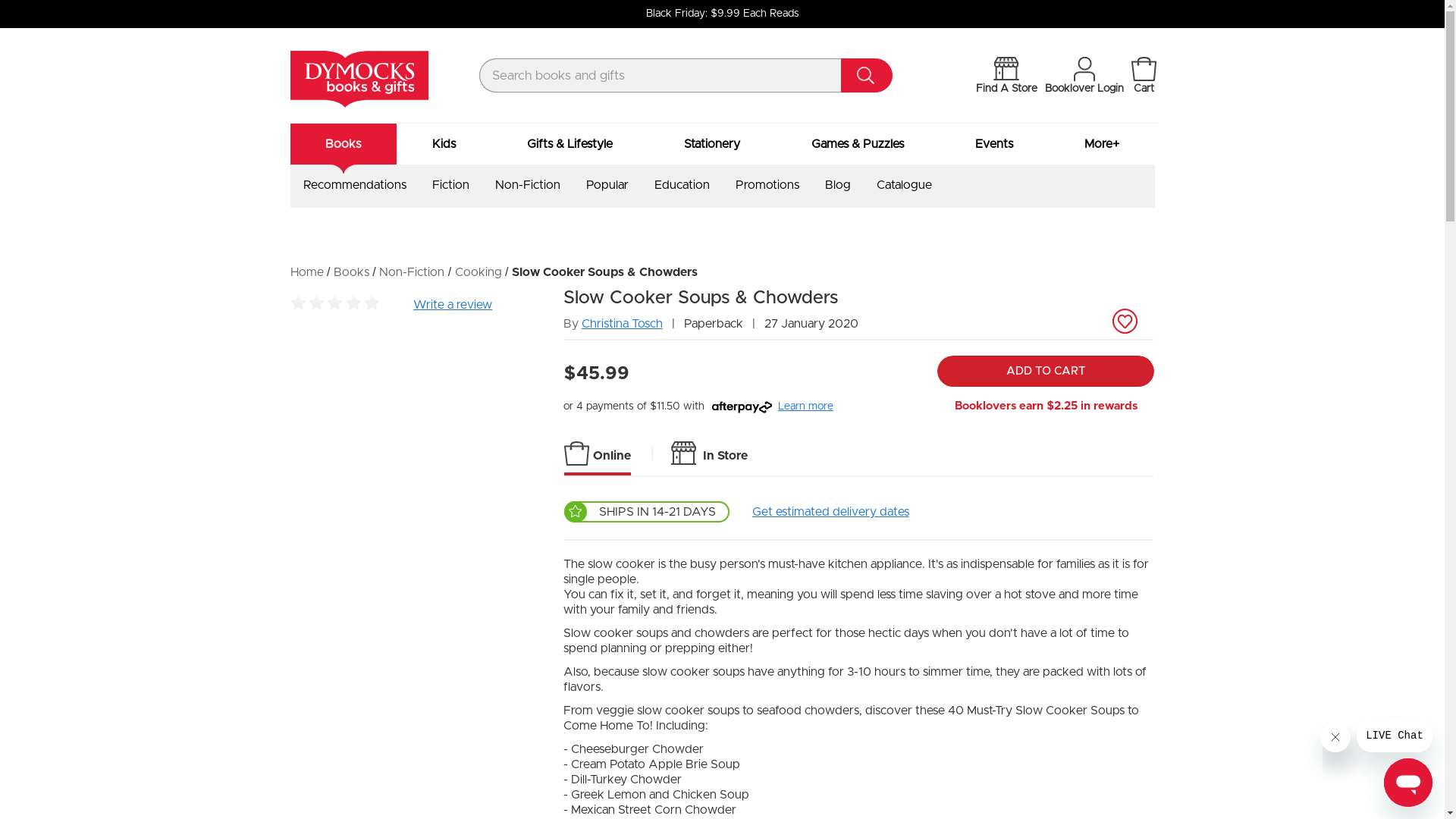 This screenshot has width=1456, height=819. Describe the element at coordinates (1407, 783) in the screenshot. I see `'Button to launch messaging window'` at that location.